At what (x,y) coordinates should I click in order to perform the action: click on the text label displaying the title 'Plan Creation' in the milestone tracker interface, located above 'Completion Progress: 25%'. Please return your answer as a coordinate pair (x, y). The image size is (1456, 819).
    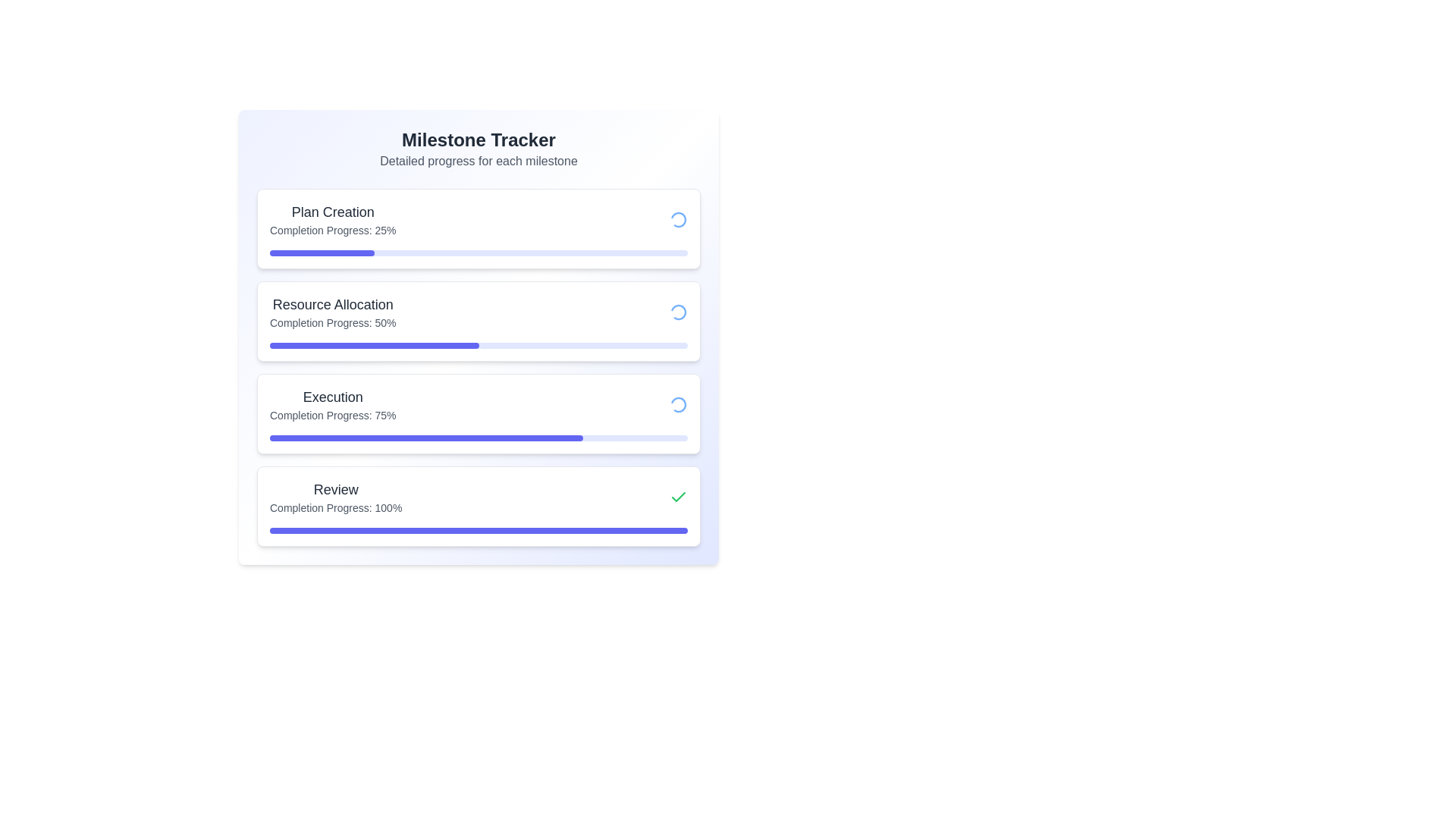
    Looking at the image, I should click on (332, 212).